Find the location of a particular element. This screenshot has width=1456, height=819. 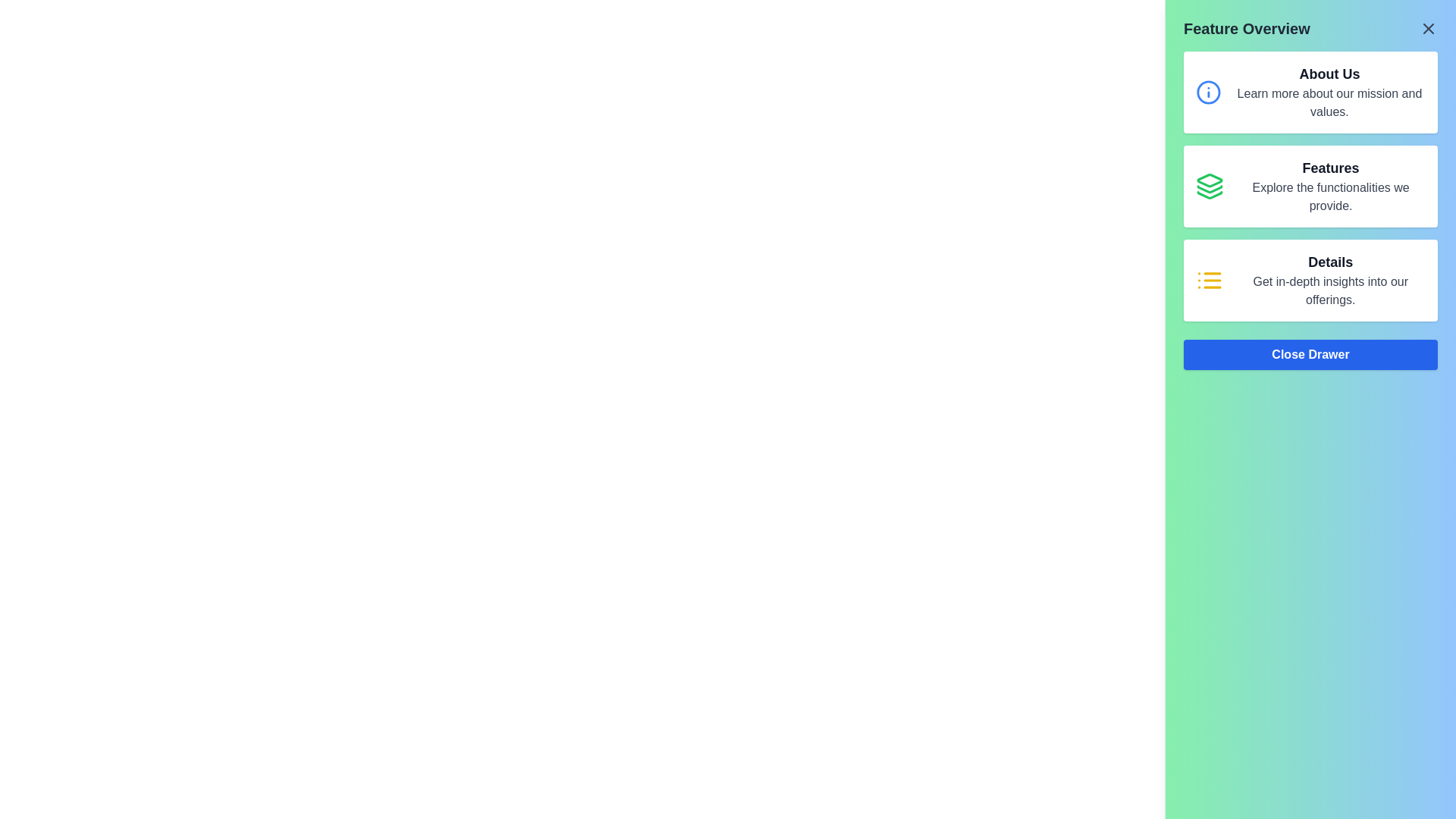

the close button located at the bottom of the 'Feature Overview' panel is located at coordinates (1310, 354).